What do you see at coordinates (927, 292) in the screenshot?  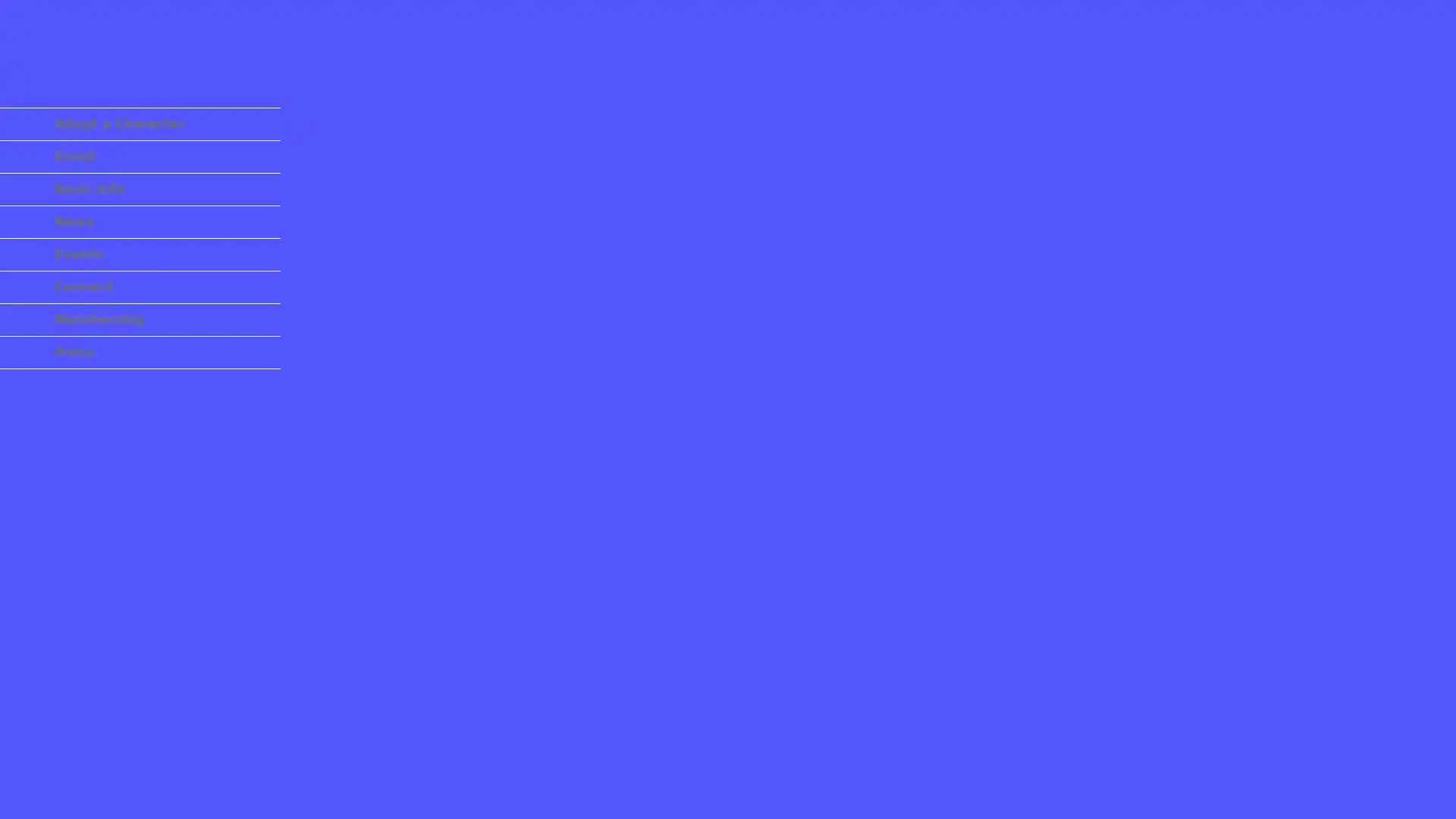 I see `U+65E6` at bounding box center [927, 292].